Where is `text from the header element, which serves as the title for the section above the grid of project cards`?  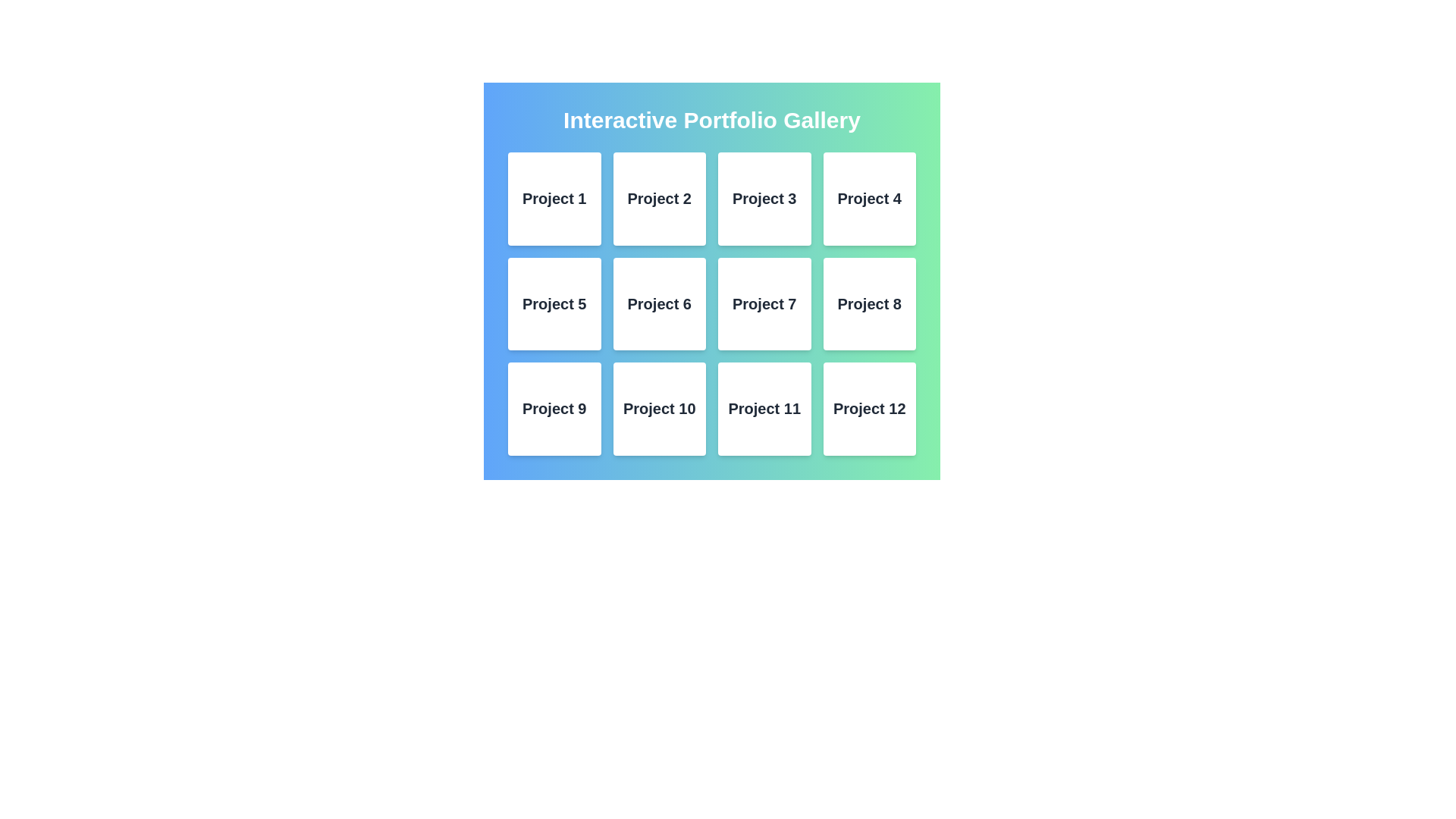 text from the header element, which serves as the title for the section above the grid of project cards is located at coordinates (711, 119).